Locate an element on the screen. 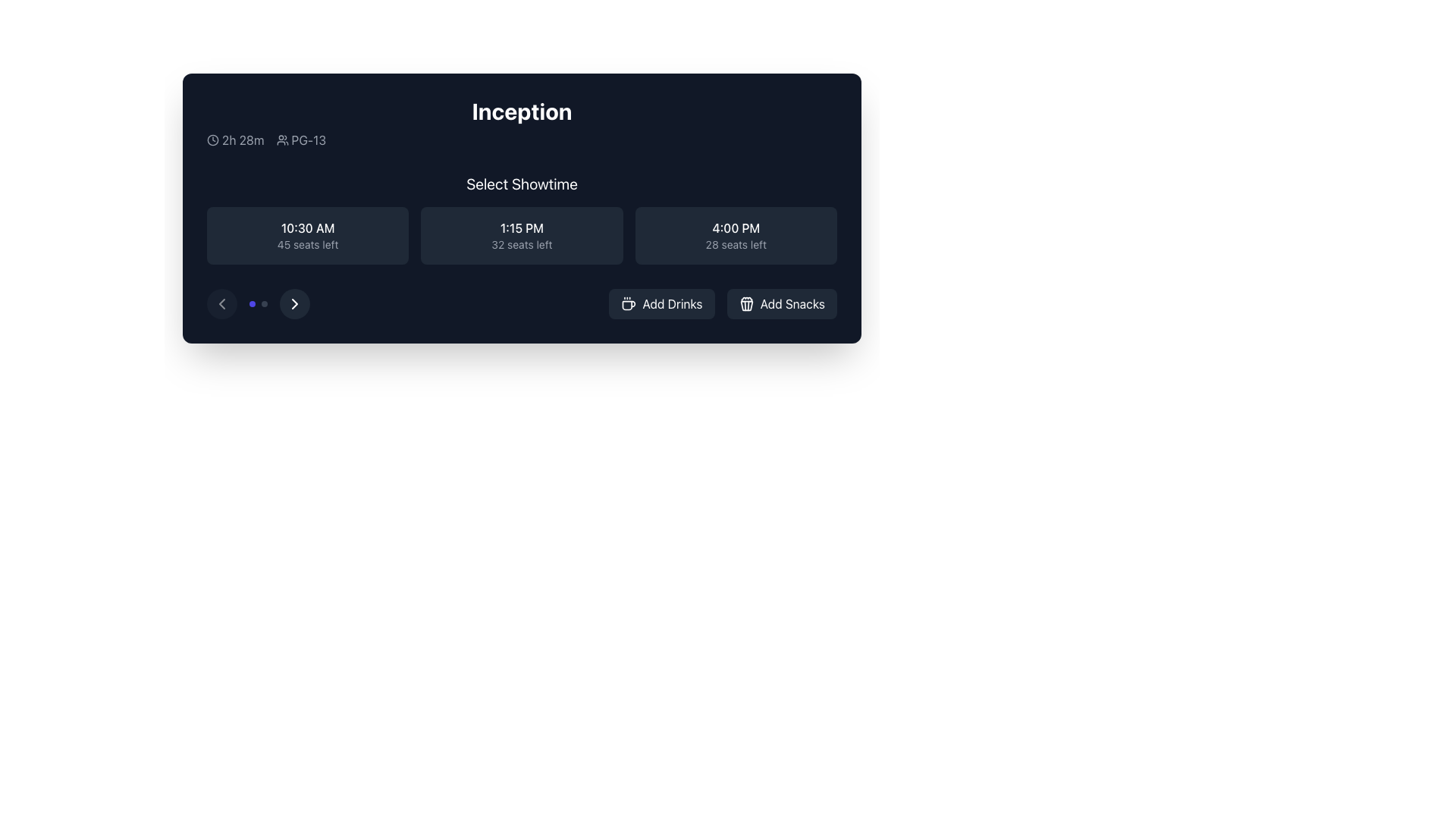 Image resolution: width=1456 pixels, height=819 pixels. the text label displaying '45 seats left' located below the time '10:30 AM' within a rounded, dark-colored button is located at coordinates (307, 244).